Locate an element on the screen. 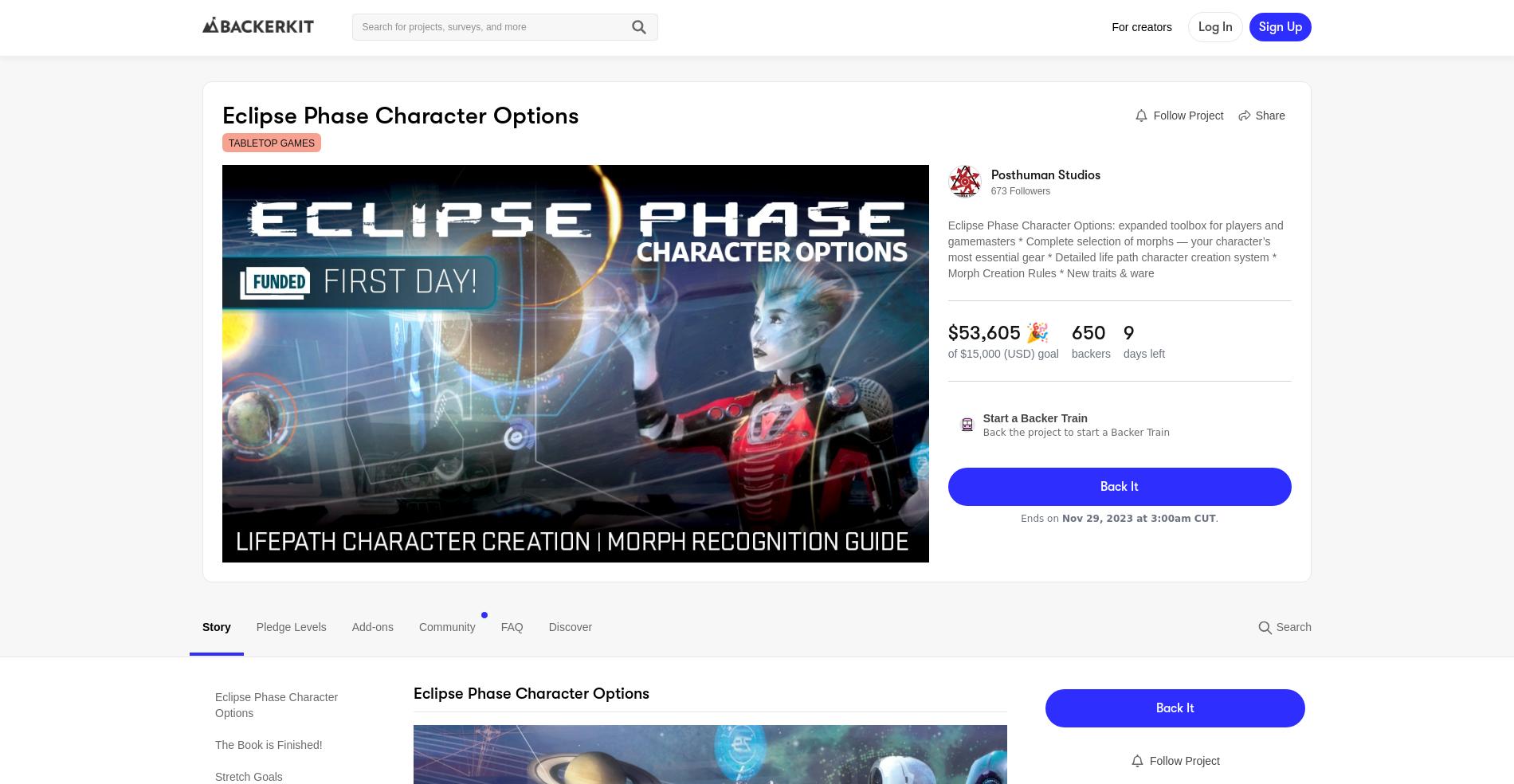 The width and height of the screenshot is (1514, 784). 'Pledge Levels' is located at coordinates (289, 626).